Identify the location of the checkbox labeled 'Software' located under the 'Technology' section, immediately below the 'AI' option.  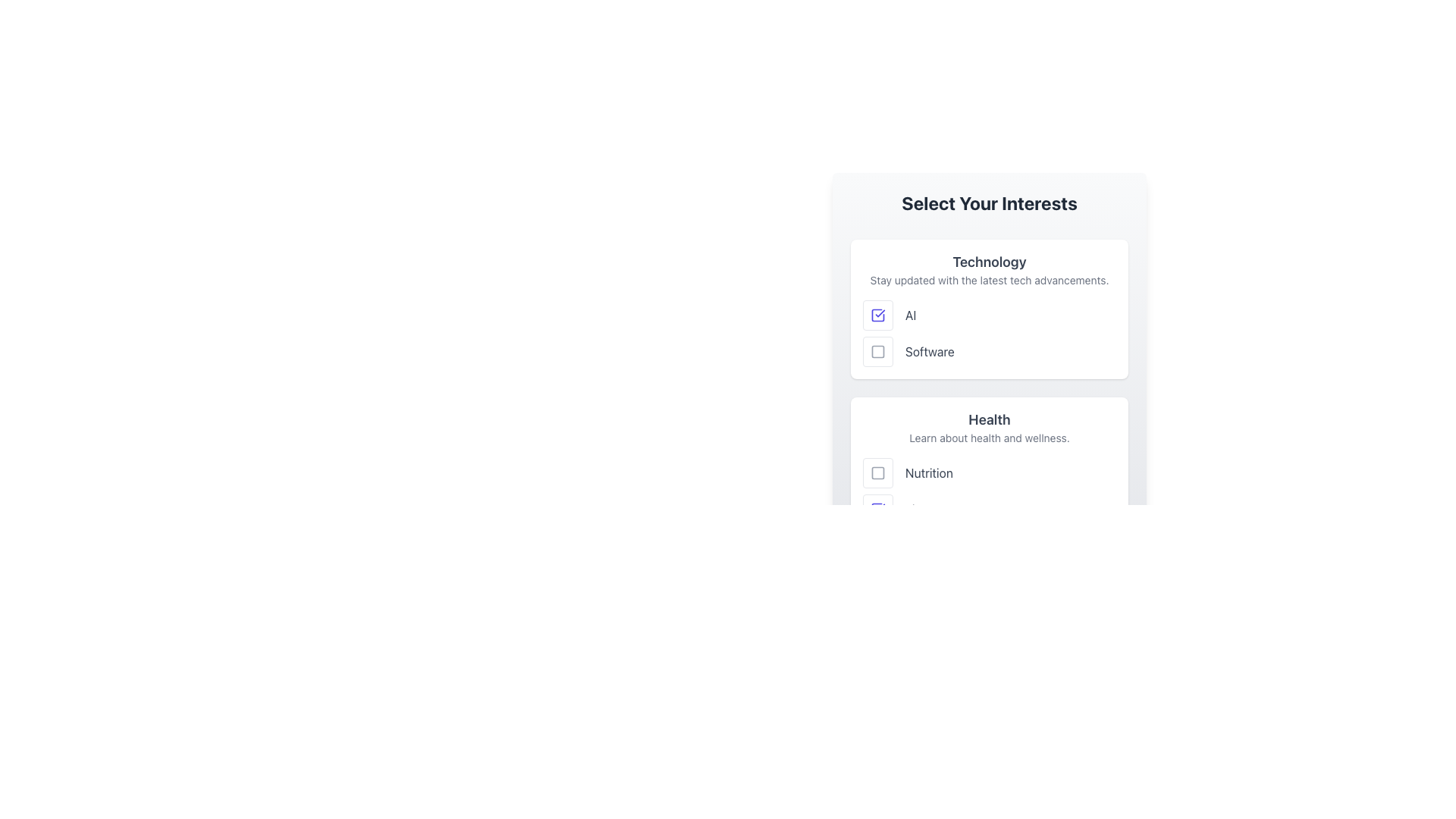
(990, 351).